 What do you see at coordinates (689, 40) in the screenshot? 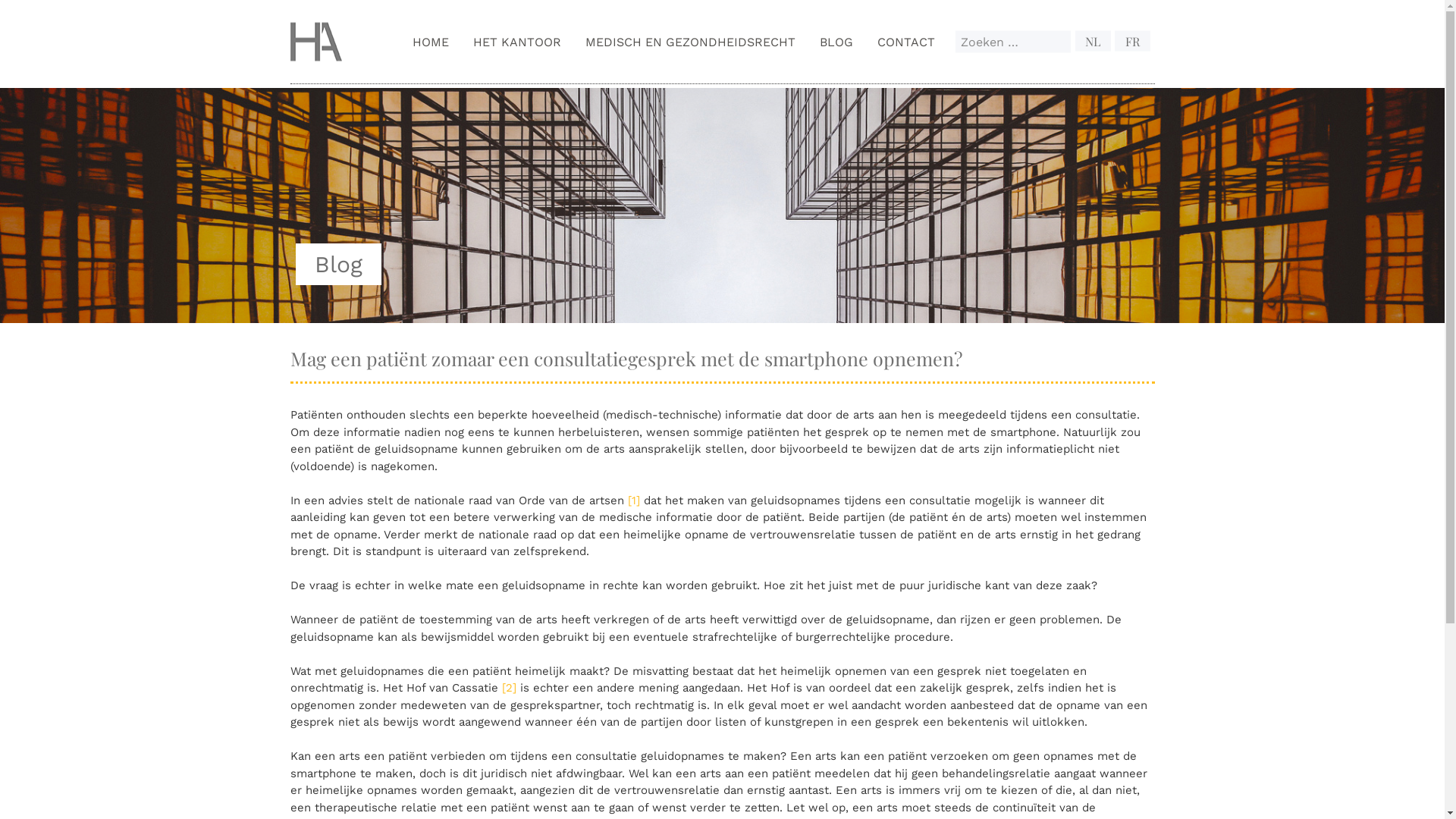
I see `'MEDISCH EN GEZONDHEIDSRECHT'` at bounding box center [689, 40].